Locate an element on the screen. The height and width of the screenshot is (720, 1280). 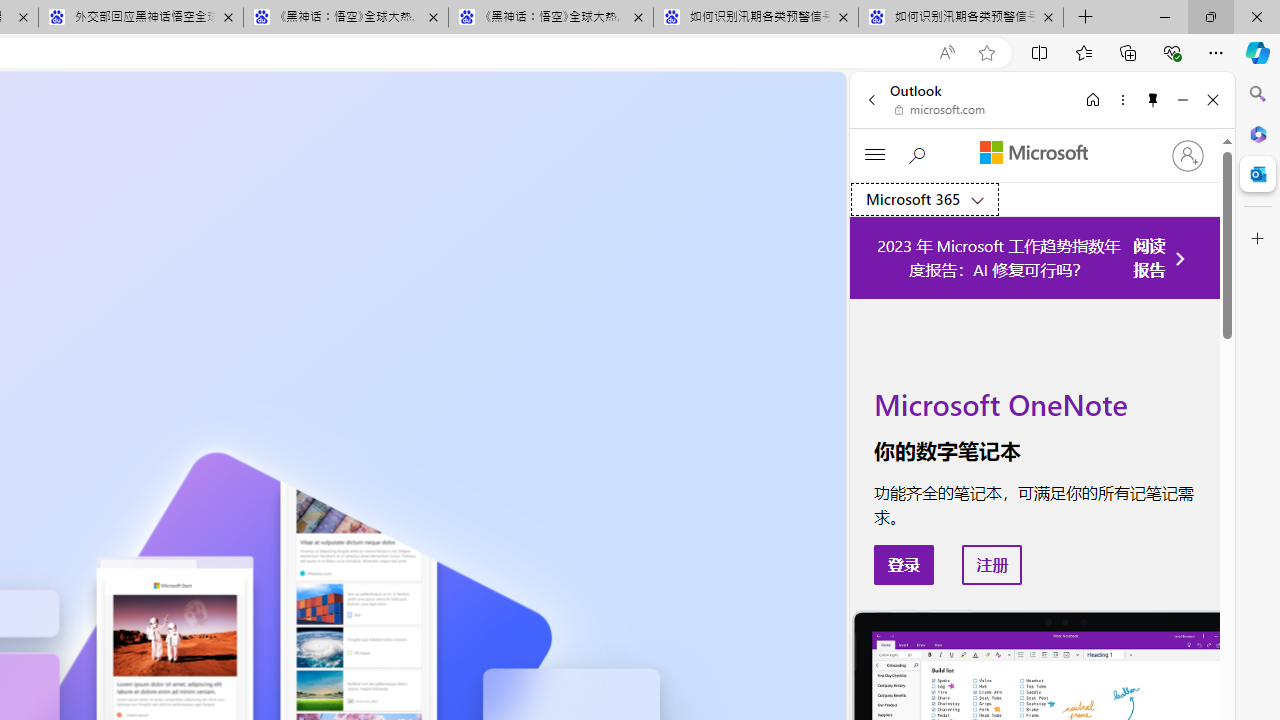
'microsoft.com' is located at coordinates (939, 110).